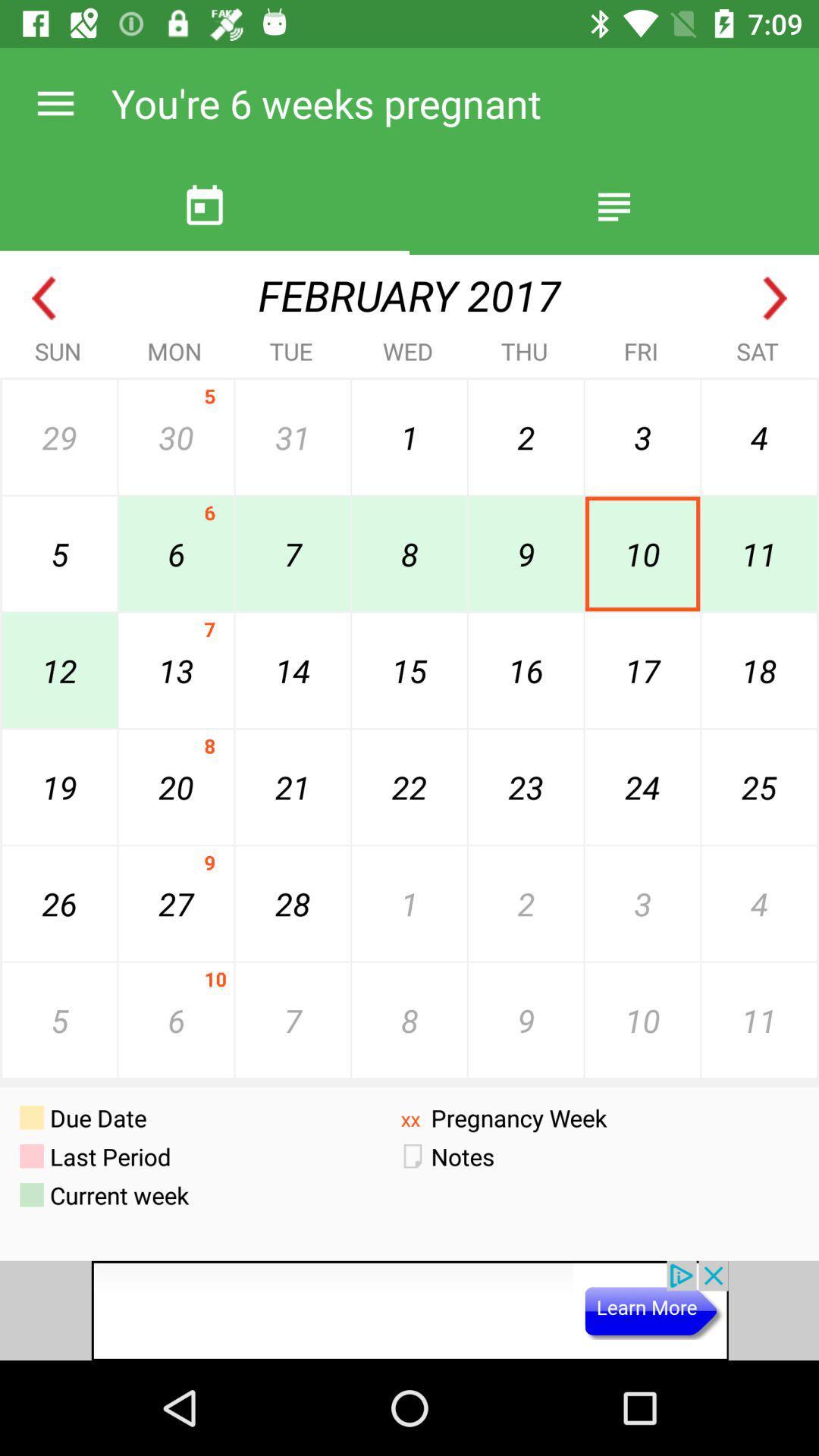 The image size is (819, 1456). What do you see at coordinates (42, 298) in the screenshot?
I see `go back` at bounding box center [42, 298].